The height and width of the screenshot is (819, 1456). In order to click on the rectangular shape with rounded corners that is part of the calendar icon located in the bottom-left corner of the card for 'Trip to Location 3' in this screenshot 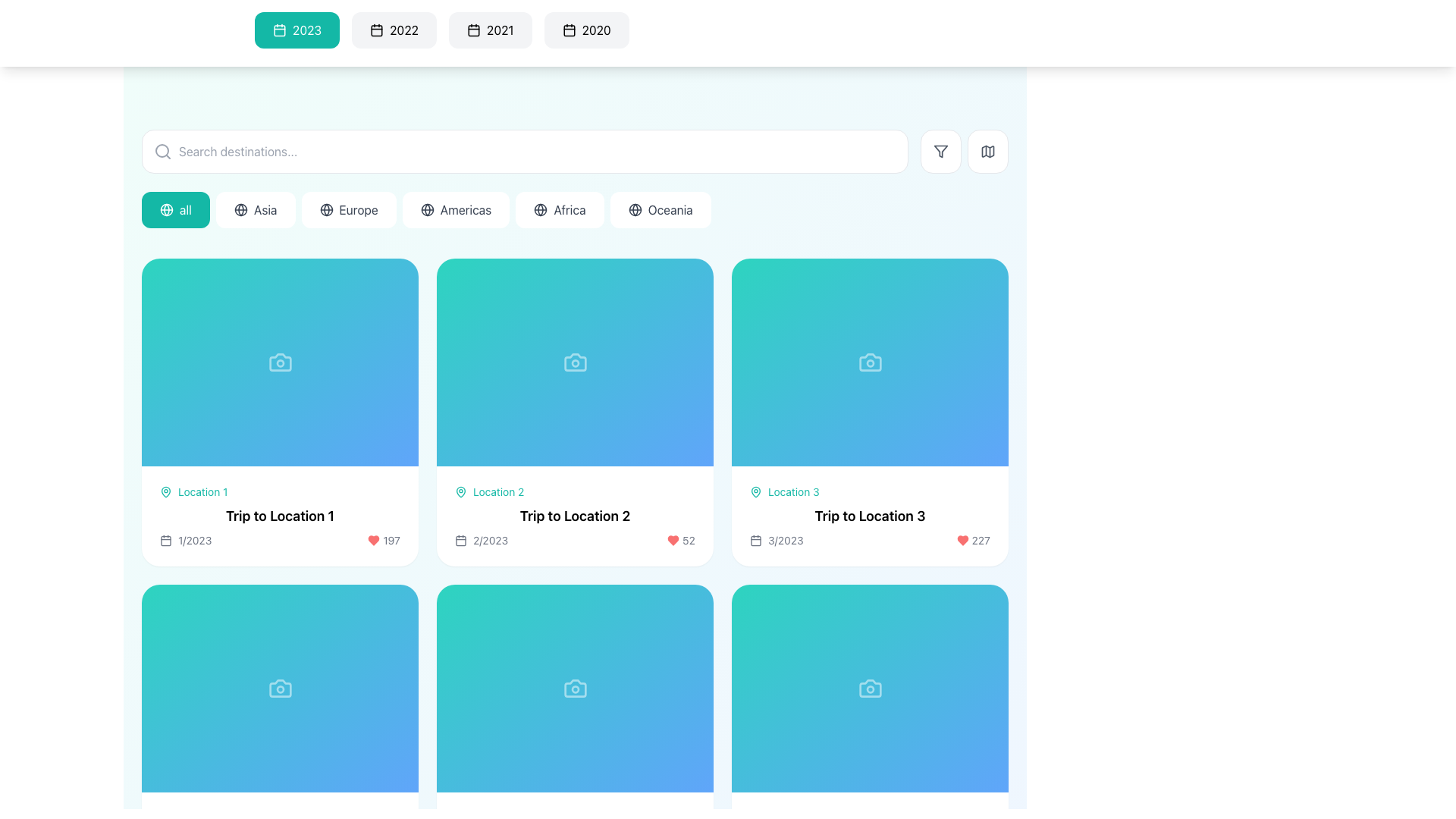, I will do `click(756, 540)`.